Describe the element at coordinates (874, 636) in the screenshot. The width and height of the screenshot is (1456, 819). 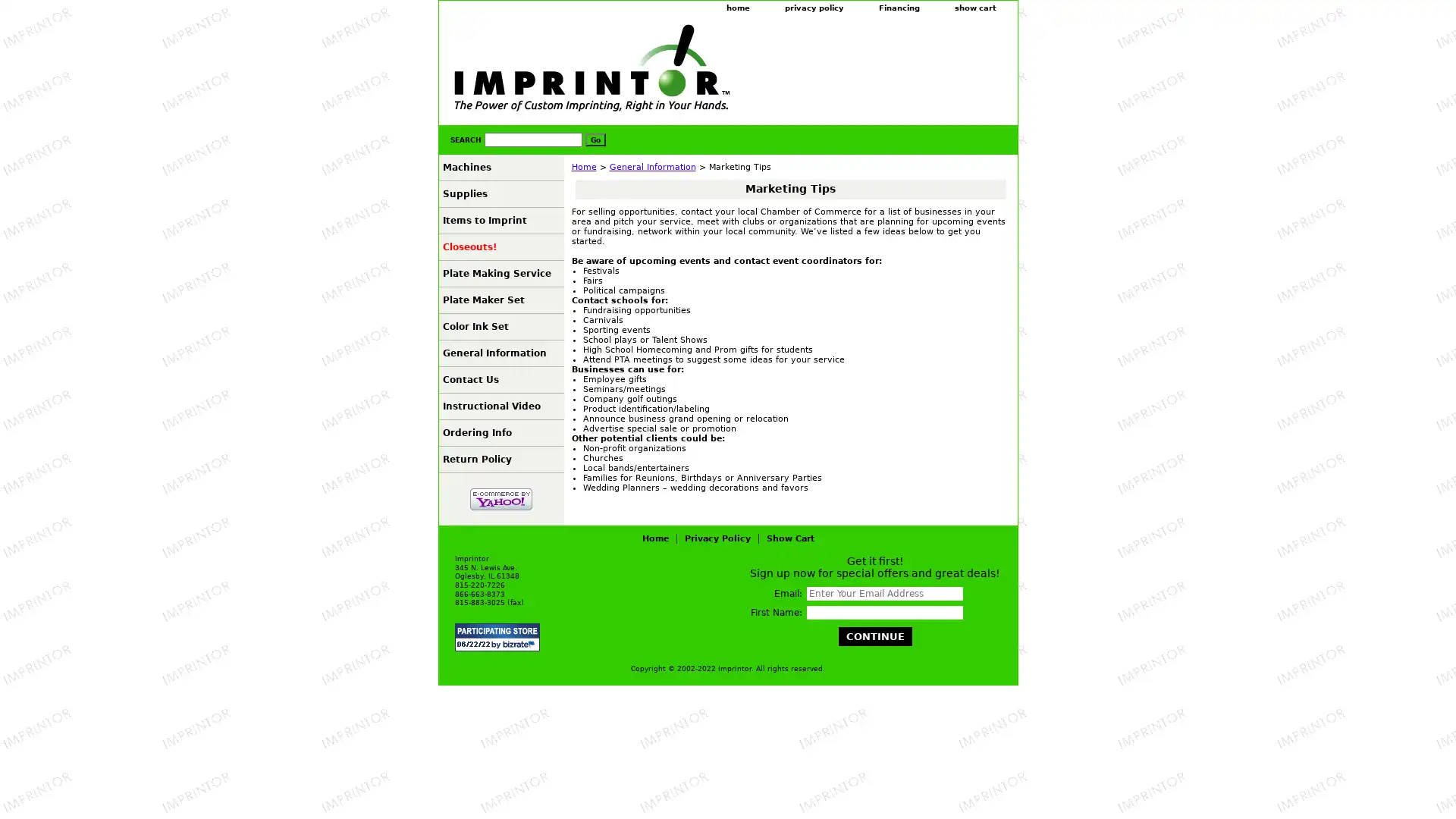
I see `Continue` at that location.